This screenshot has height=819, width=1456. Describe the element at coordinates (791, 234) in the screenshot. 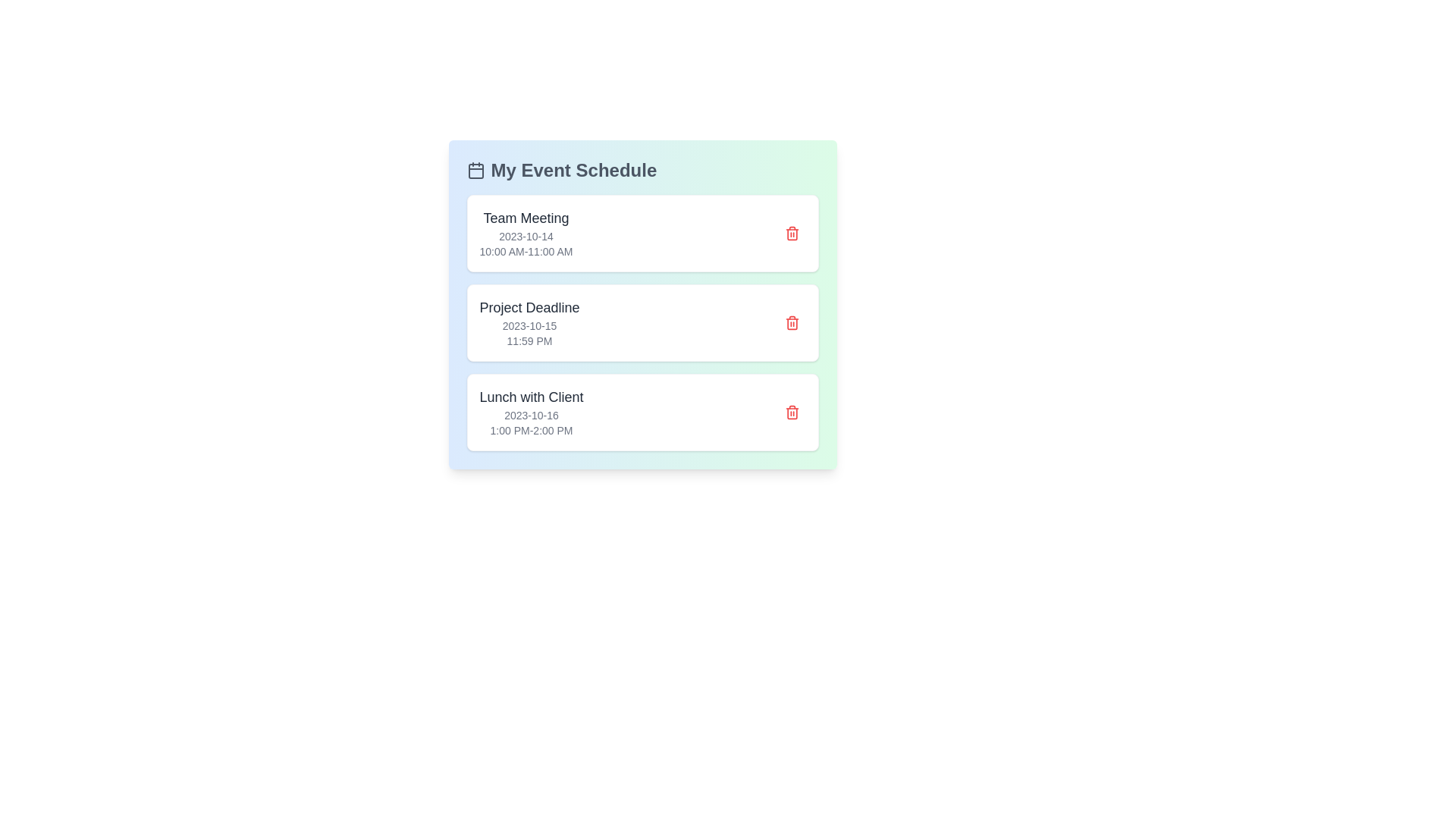

I see `the delete button for the event labeled 'Team Meeting'` at that location.